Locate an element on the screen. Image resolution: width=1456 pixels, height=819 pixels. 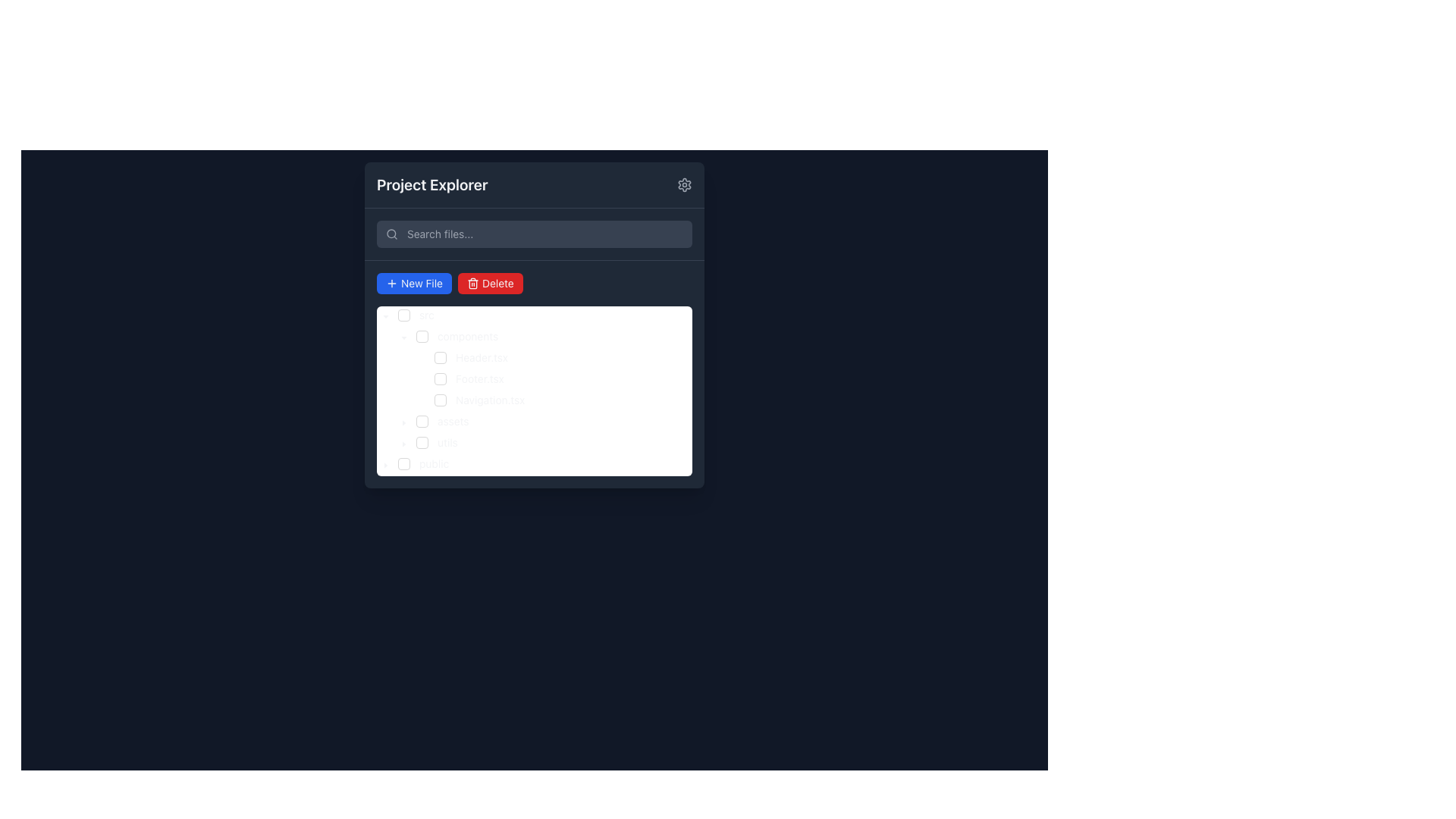
the checkbox of the Tree item labeled 'assets' in the Project Explorer panel is located at coordinates (425, 421).